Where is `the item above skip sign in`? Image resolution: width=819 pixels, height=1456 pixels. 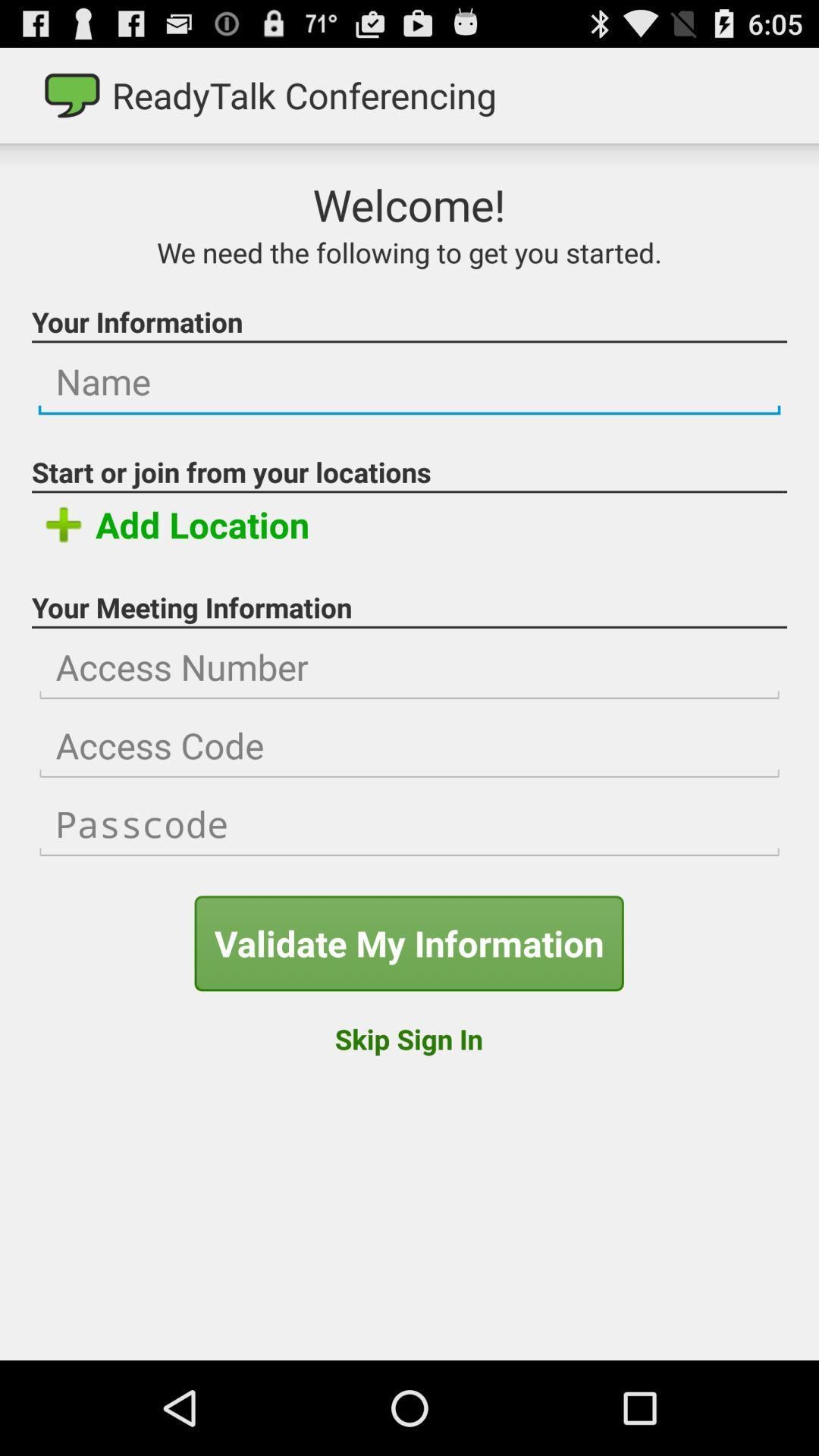
the item above skip sign in is located at coordinates (408, 943).